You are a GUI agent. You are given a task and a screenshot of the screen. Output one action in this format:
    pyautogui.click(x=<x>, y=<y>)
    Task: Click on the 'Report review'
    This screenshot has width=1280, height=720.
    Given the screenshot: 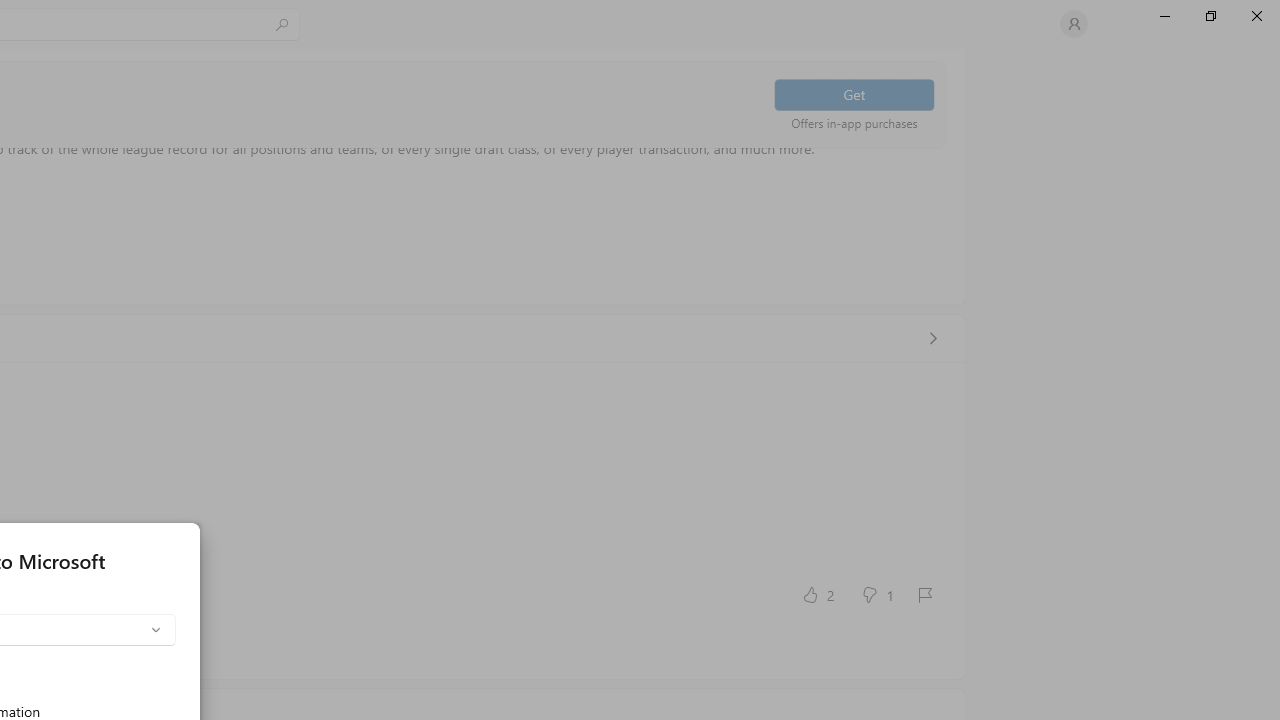 What is the action you would take?
    pyautogui.click(x=923, y=594)
    